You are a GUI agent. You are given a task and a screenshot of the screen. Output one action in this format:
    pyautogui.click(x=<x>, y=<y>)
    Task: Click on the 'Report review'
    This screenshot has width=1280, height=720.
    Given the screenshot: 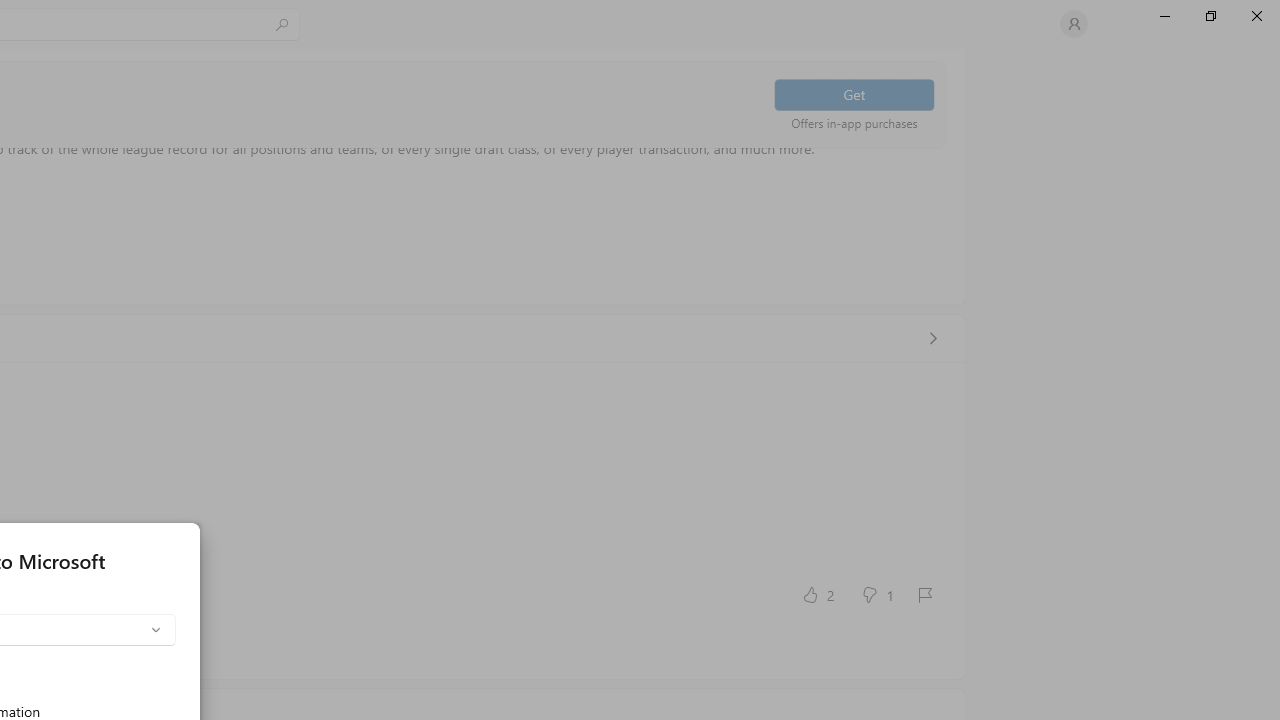 What is the action you would take?
    pyautogui.click(x=923, y=594)
    